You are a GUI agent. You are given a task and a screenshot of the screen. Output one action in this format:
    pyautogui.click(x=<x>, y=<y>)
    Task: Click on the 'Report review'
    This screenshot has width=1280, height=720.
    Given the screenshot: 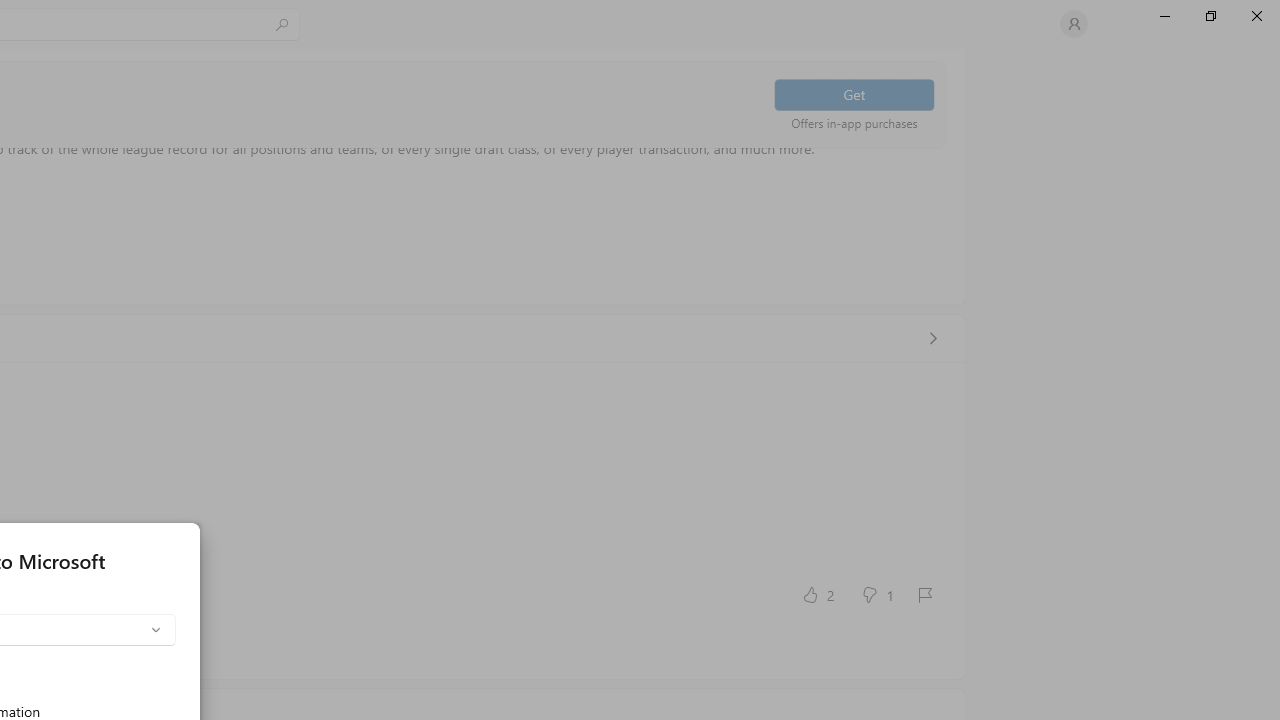 What is the action you would take?
    pyautogui.click(x=923, y=594)
    